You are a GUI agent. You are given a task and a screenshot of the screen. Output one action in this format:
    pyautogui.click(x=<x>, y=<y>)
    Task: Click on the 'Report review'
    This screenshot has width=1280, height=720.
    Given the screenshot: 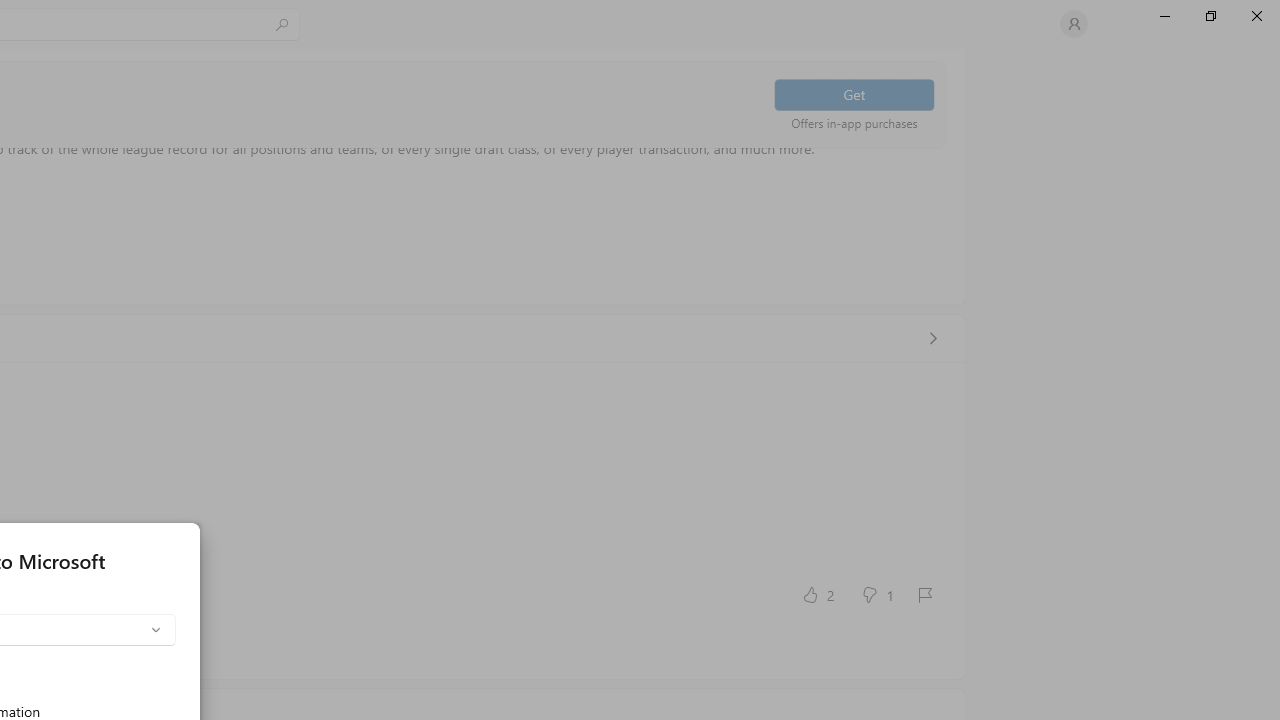 What is the action you would take?
    pyautogui.click(x=923, y=594)
    